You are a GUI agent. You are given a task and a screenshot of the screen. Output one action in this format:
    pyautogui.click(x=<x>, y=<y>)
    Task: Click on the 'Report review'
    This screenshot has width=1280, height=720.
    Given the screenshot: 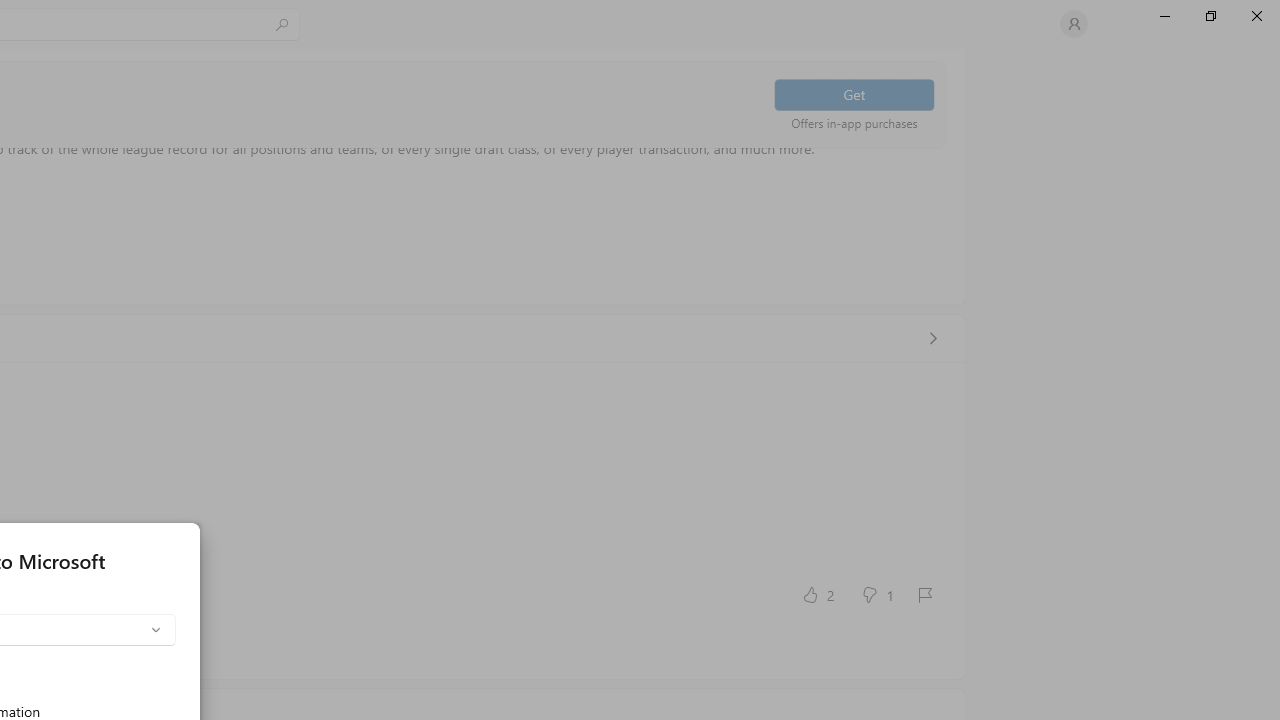 What is the action you would take?
    pyautogui.click(x=923, y=594)
    